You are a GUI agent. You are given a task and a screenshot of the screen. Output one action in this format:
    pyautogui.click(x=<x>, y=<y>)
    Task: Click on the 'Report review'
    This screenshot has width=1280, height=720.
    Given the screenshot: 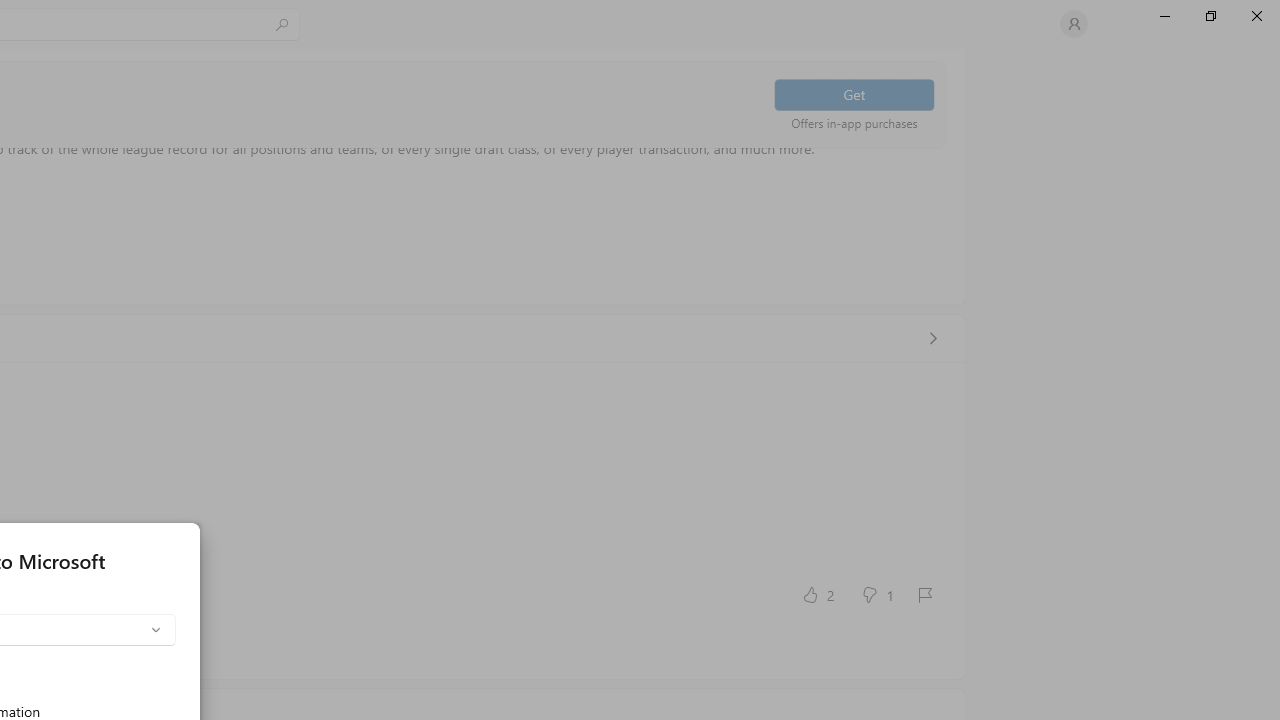 What is the action you would take?
    pyautogui.click(x=923, y=594)
    